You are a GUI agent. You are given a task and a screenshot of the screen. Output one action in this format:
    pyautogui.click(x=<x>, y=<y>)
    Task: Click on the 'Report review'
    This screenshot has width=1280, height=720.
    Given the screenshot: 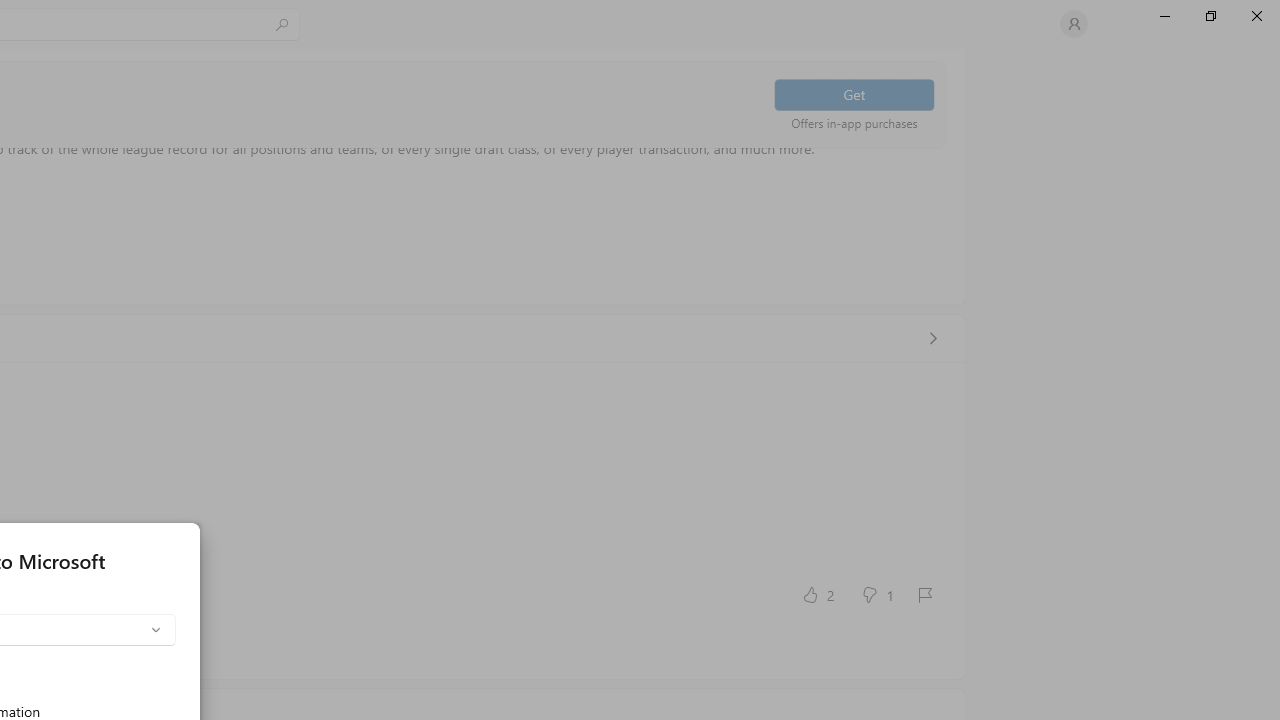 What is the action you would take?
    pyautogui.click(x=923, y=594)
    